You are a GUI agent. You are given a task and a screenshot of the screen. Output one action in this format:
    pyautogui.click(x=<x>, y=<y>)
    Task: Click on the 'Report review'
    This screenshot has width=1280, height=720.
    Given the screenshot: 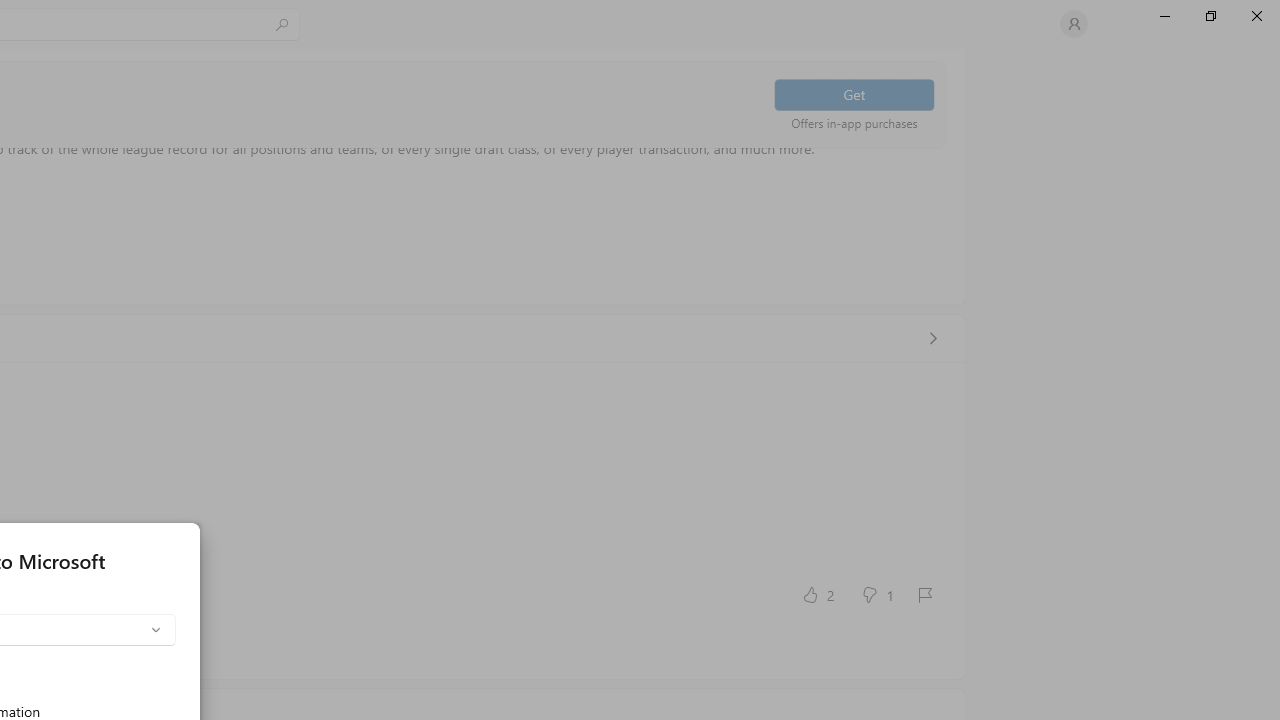 What is the action you would take?
    pyautogui.click(x=923, y=594)
    